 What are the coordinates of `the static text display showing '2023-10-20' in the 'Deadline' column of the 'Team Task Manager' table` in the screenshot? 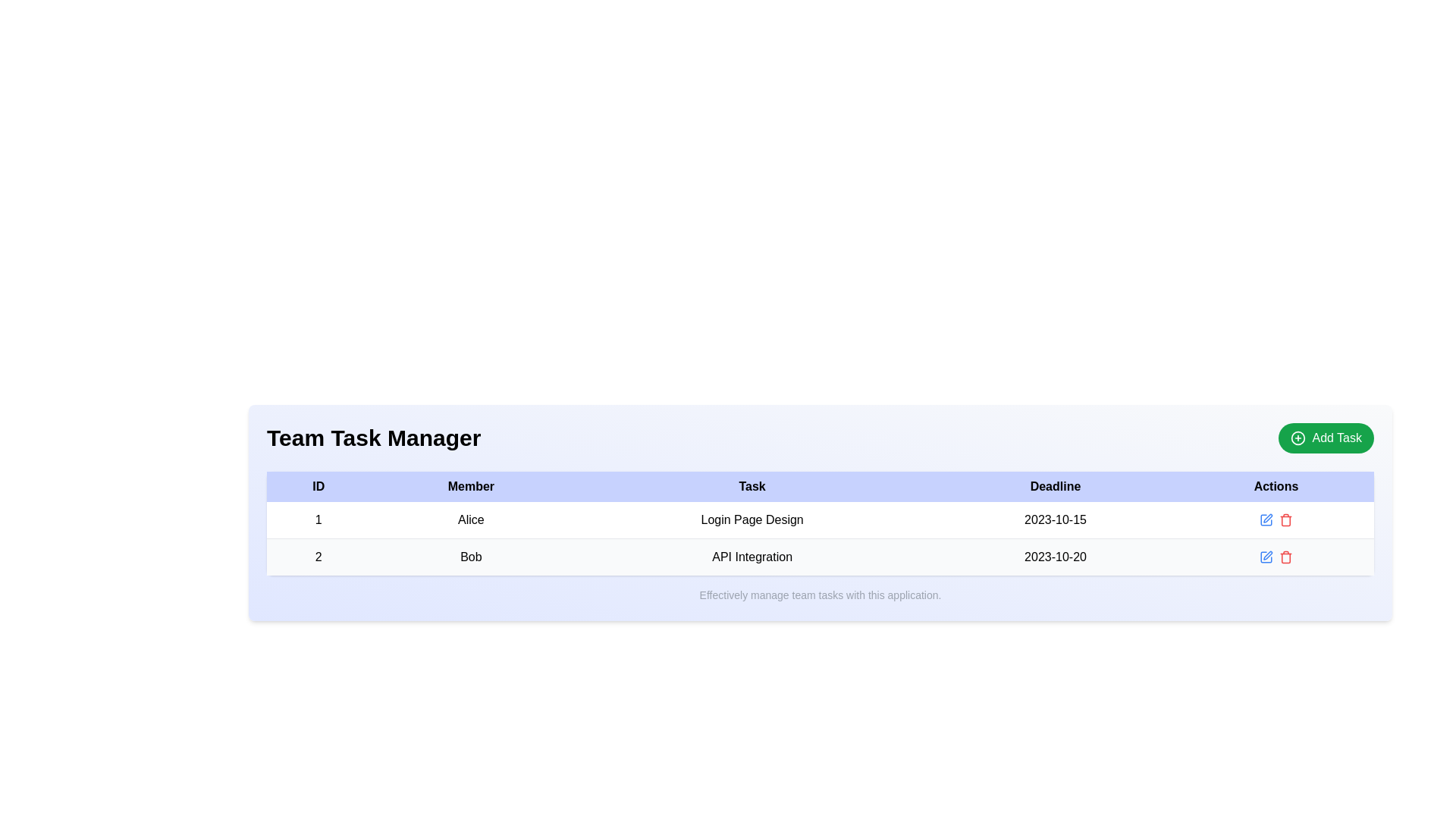 It's located at (1055, 556).